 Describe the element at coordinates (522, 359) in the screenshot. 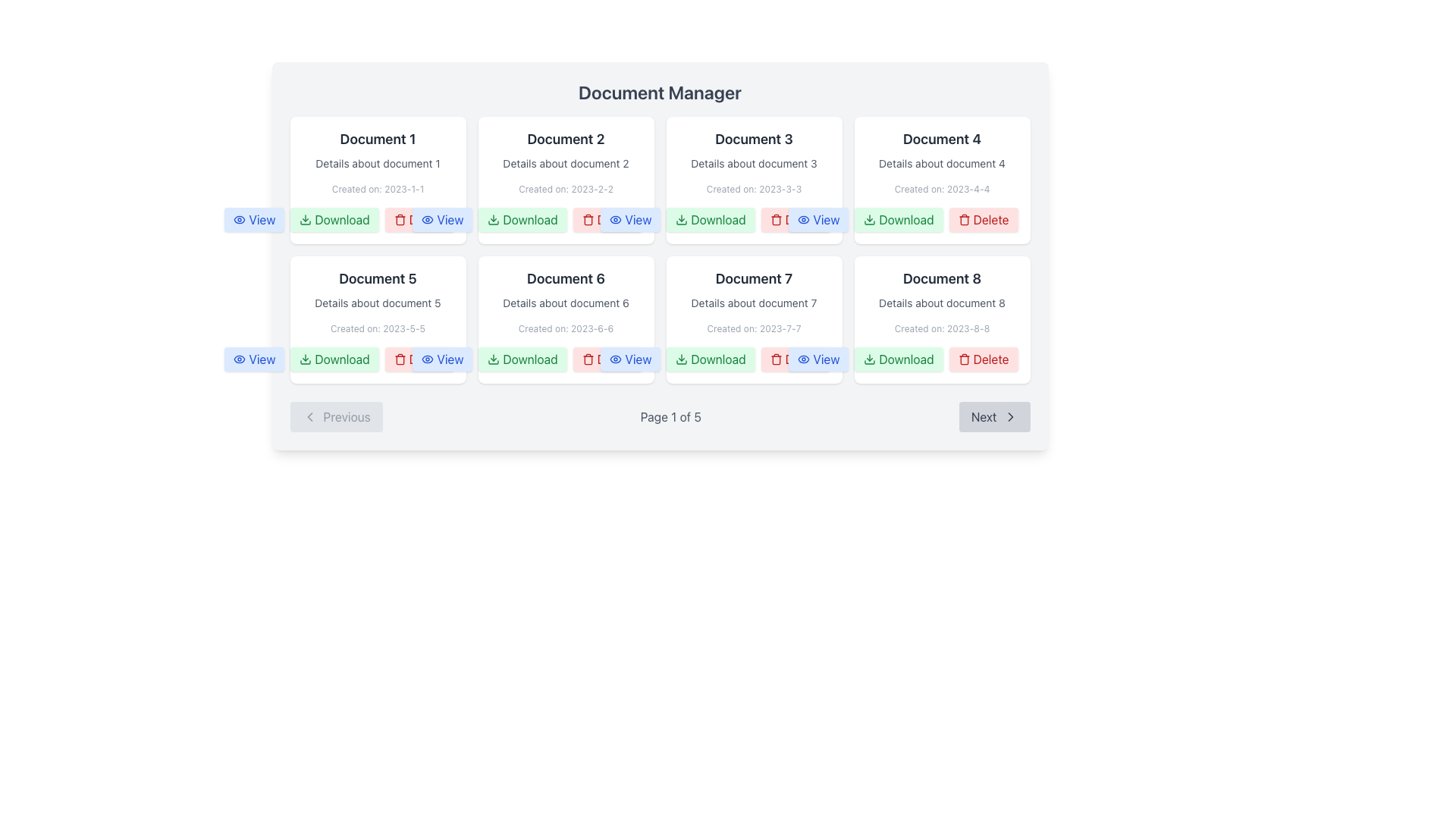

I see `the 'Download' button associated with 'Document 6' in the second row of the document grid to initiate the download process` at that location.